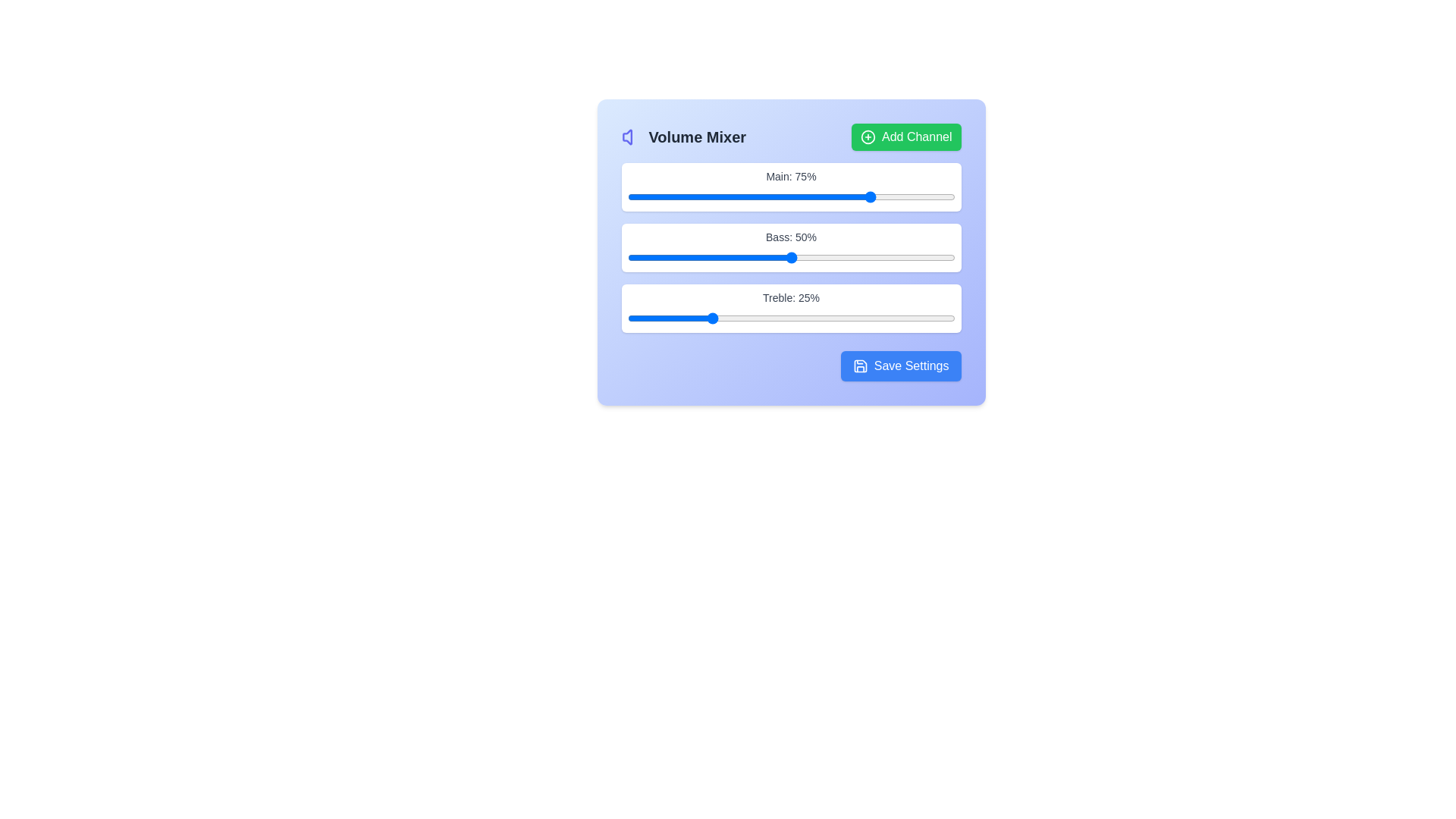  Describe the element at coordinates (682, 137) in the screenshot. I see `displayed text of the 'Volume Mixer' label, which is bold and black, located at the top-left corner of the card-like component` at that location.